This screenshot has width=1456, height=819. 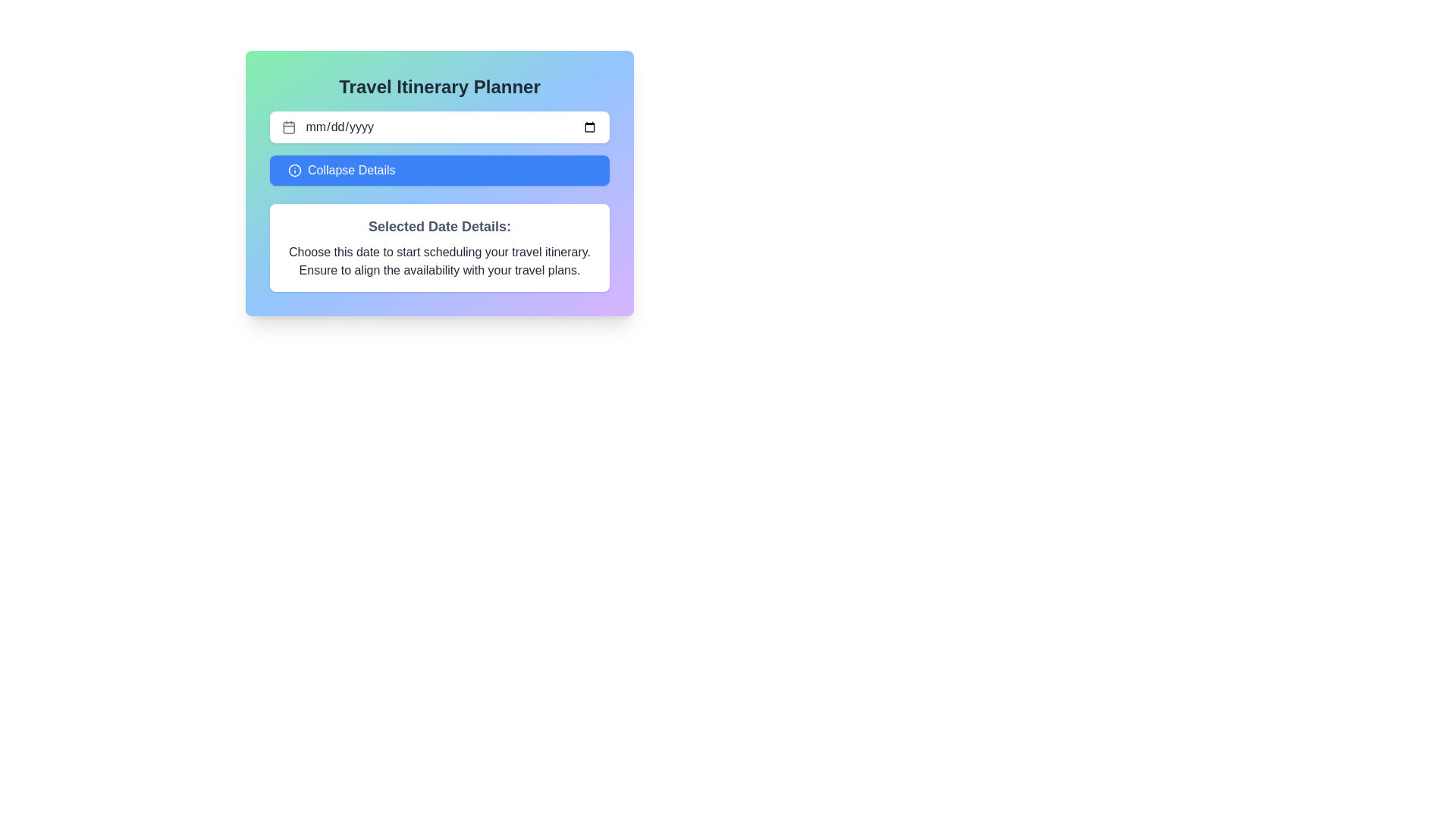 What do you see at coordinates (294, 170) in the screenshot?
I see `the circular icon with an 'i' symbol, located to the left of the 'Collapse Details' button` at bounding box center [294, 170].